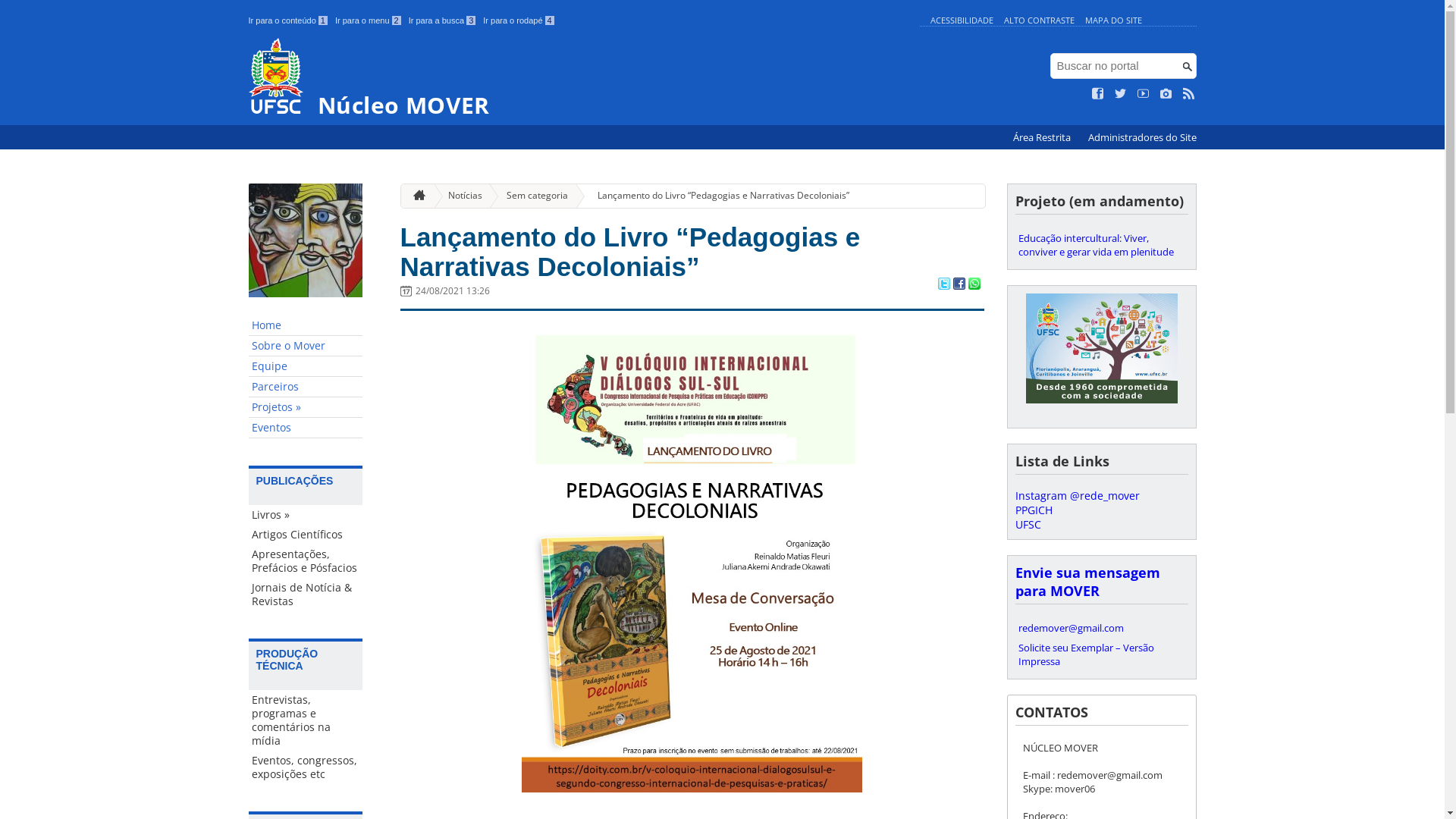 The width and height of the screenshot is (1456, 819). What do you see at coordinates (1015, 628) in the screenshot?
I see `'redemover@gmail.com'` at bounding box center [1015, 628].